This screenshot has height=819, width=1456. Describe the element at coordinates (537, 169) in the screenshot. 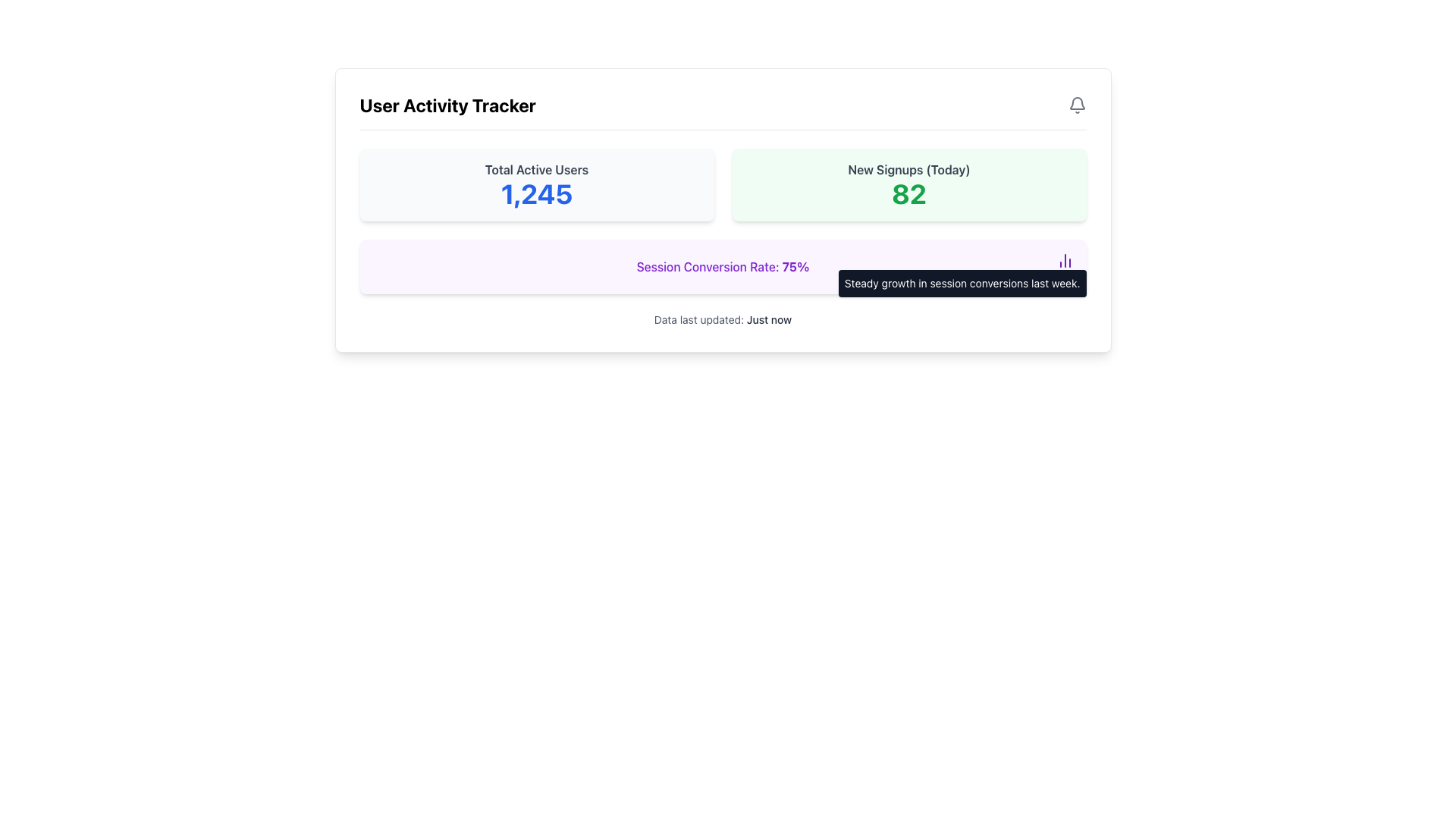

I see `'Total Active Users' text label which serves as a descriptive header for the numerical data displayed below it` at that location.